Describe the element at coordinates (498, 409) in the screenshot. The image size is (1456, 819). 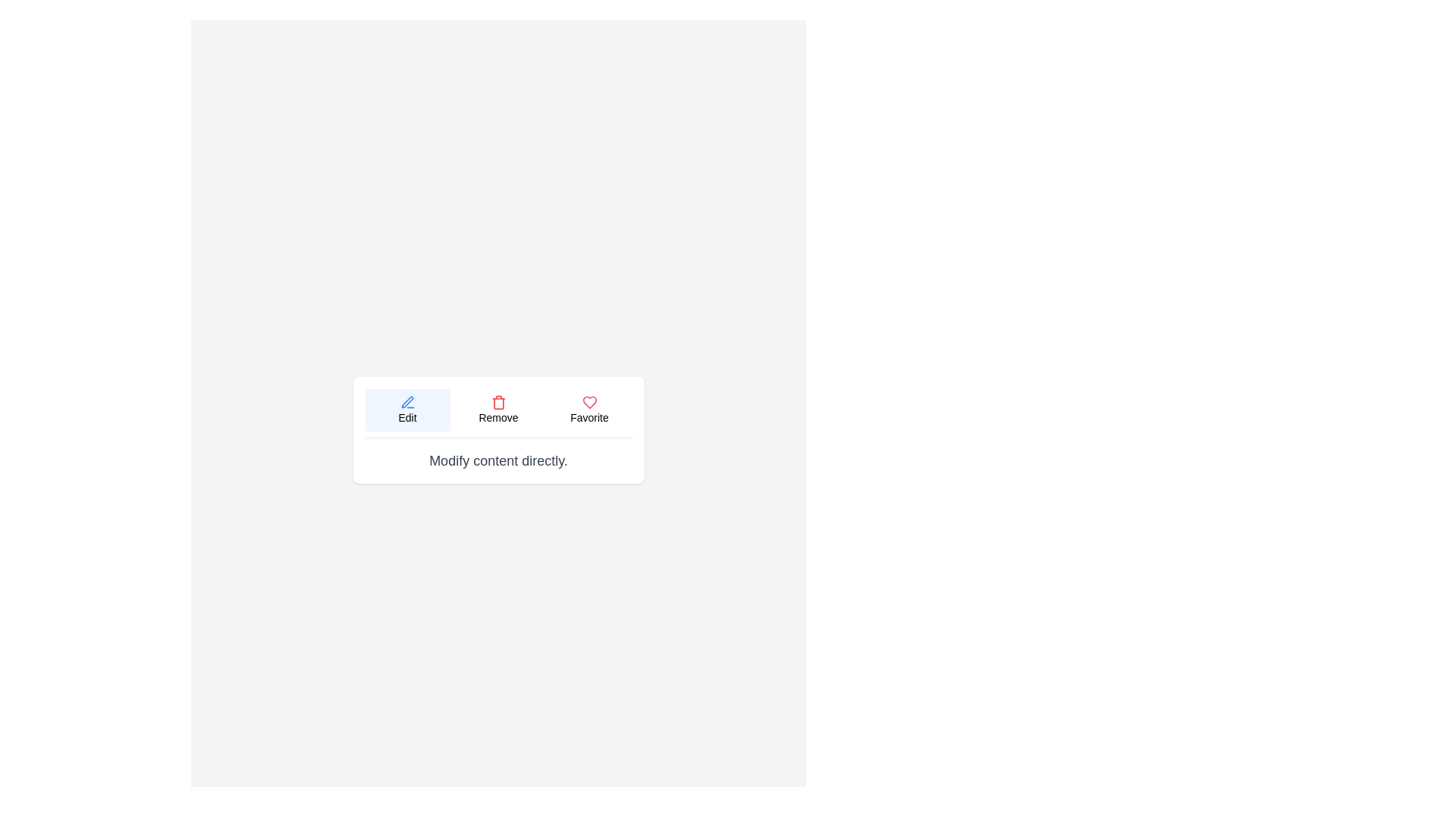
I see `the Remove tab to select it` at that location.